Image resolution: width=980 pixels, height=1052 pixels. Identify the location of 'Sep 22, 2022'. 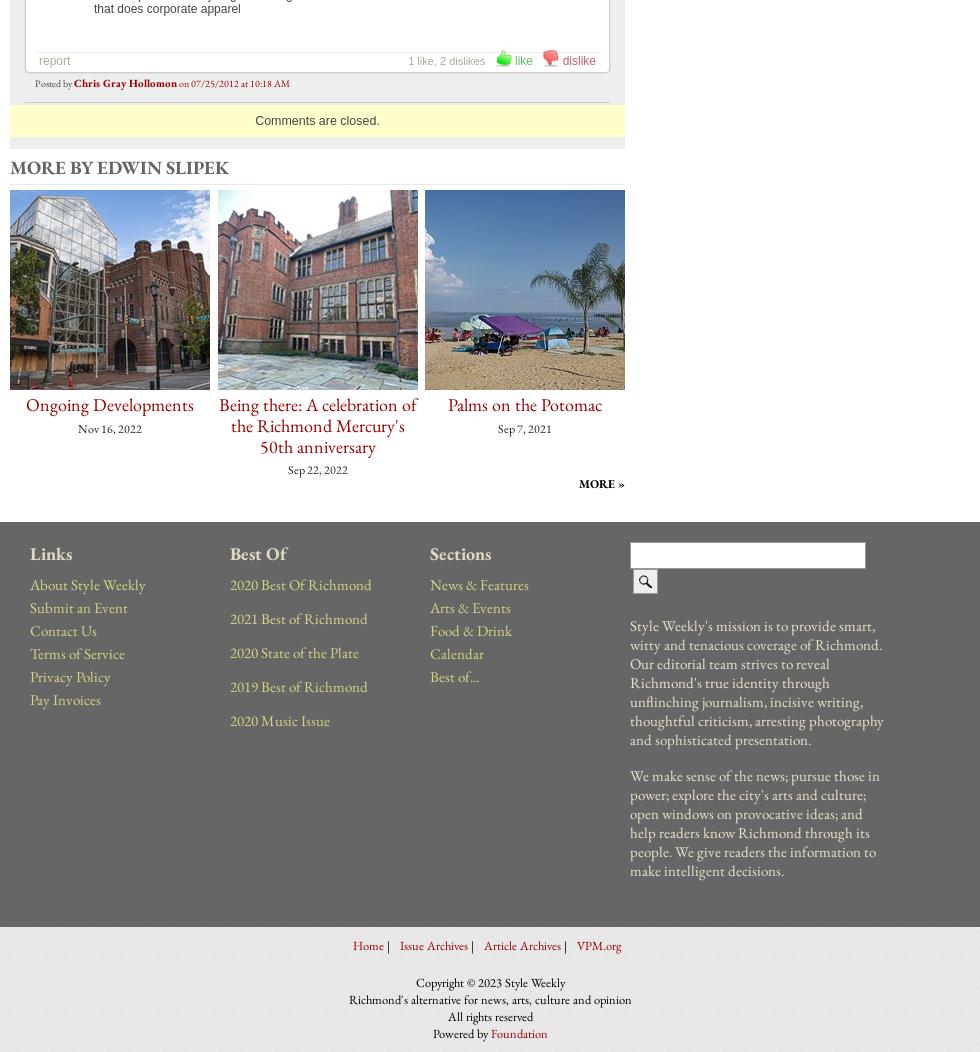
(317, 470).